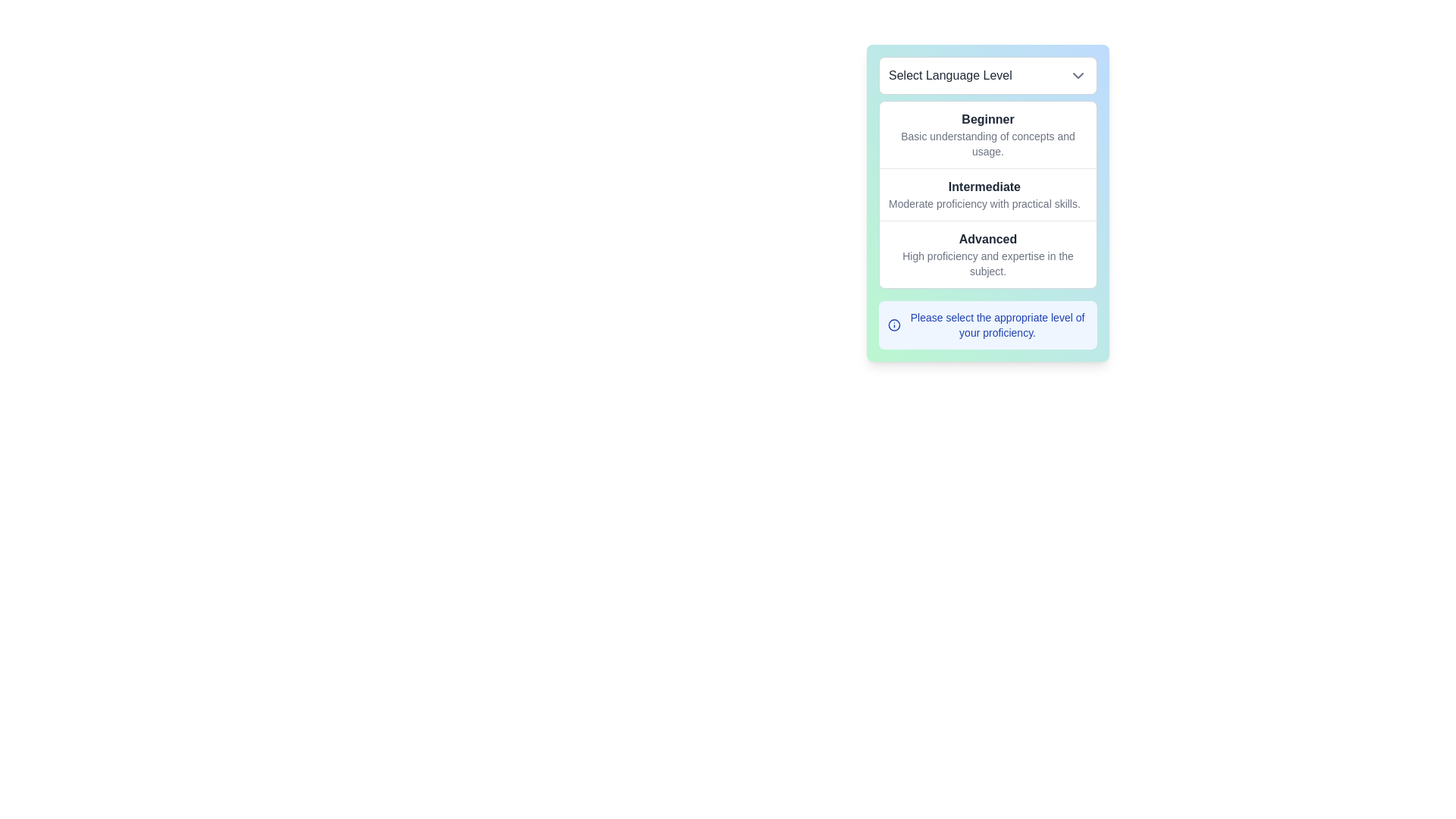 This screenshot has width=1456, height=819. Describe the element at coordinates (987, 262) in the screenshot. I see `the descriptive text label providing additional information about the 'Advanced' language level, which is positioned directly below the 'Advanced' text in the 'Select Language Level' dropdown menu` at that location.